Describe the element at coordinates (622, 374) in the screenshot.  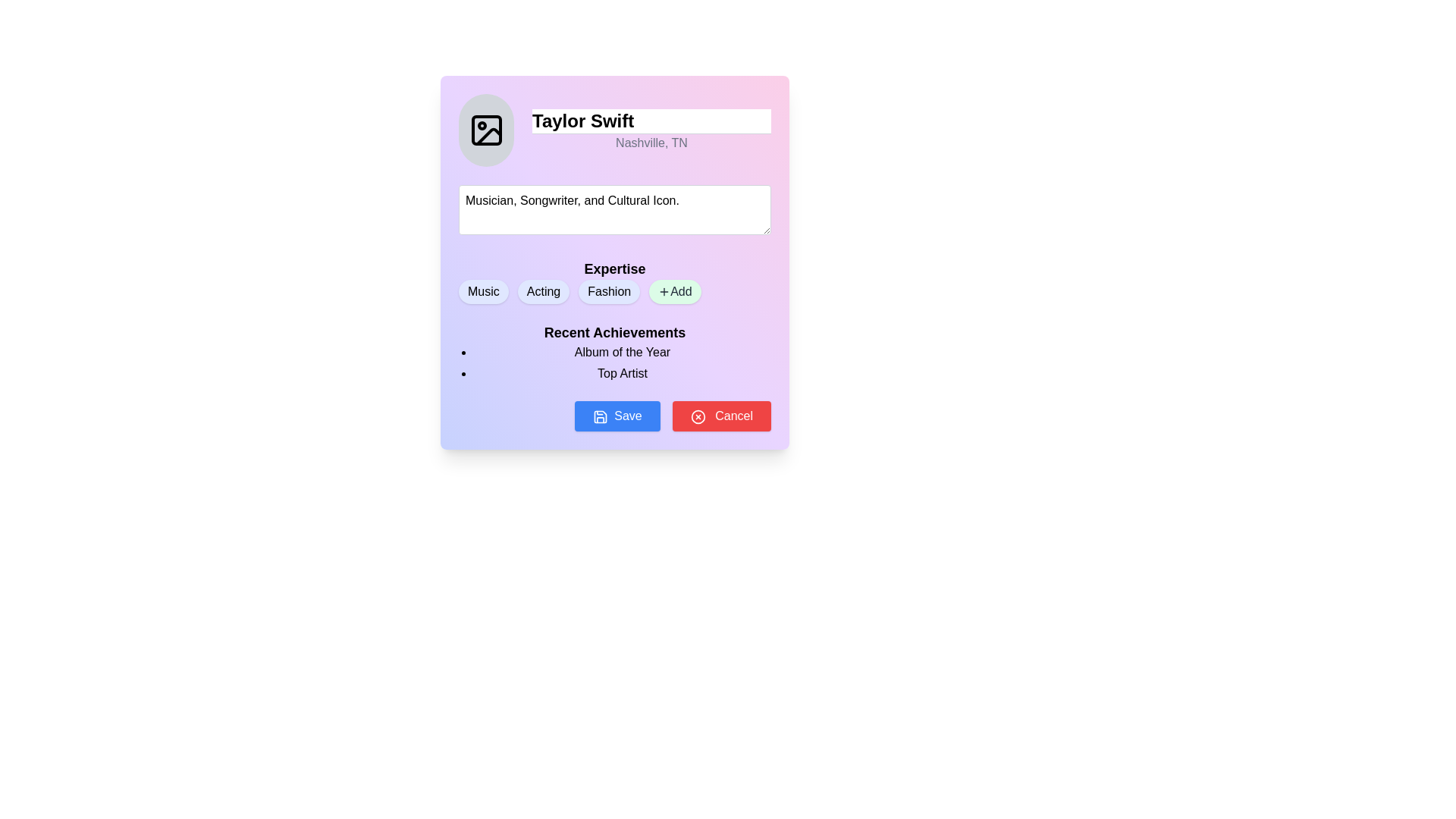
I see `the text label displaying 'Top Artist' in the 'Recent Achievements' section, which is the second item in the bulleted list` at that location.